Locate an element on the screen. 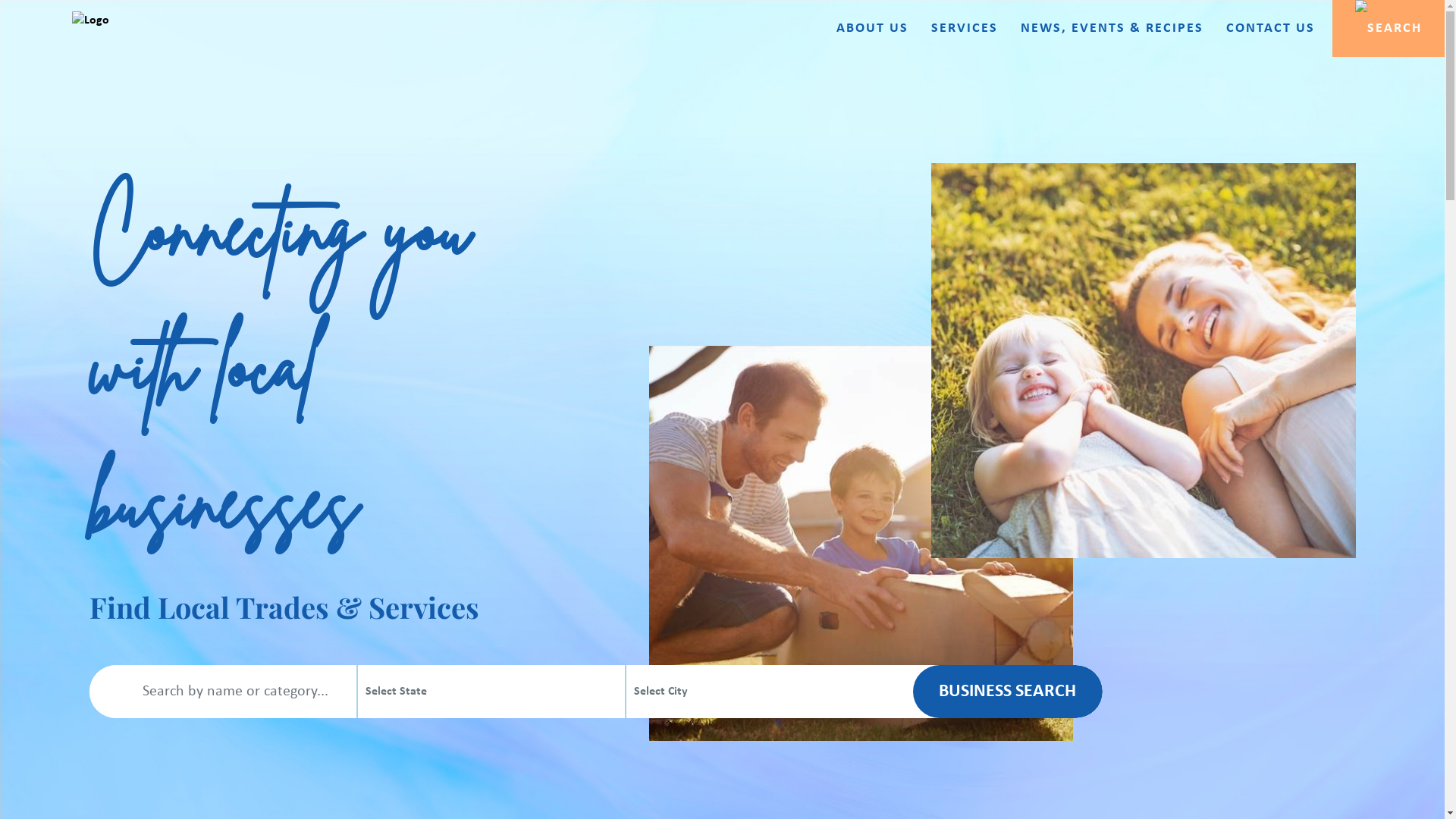  'NEWS, EVENTS & RECIPES' is located at coordinates (1112, 29).